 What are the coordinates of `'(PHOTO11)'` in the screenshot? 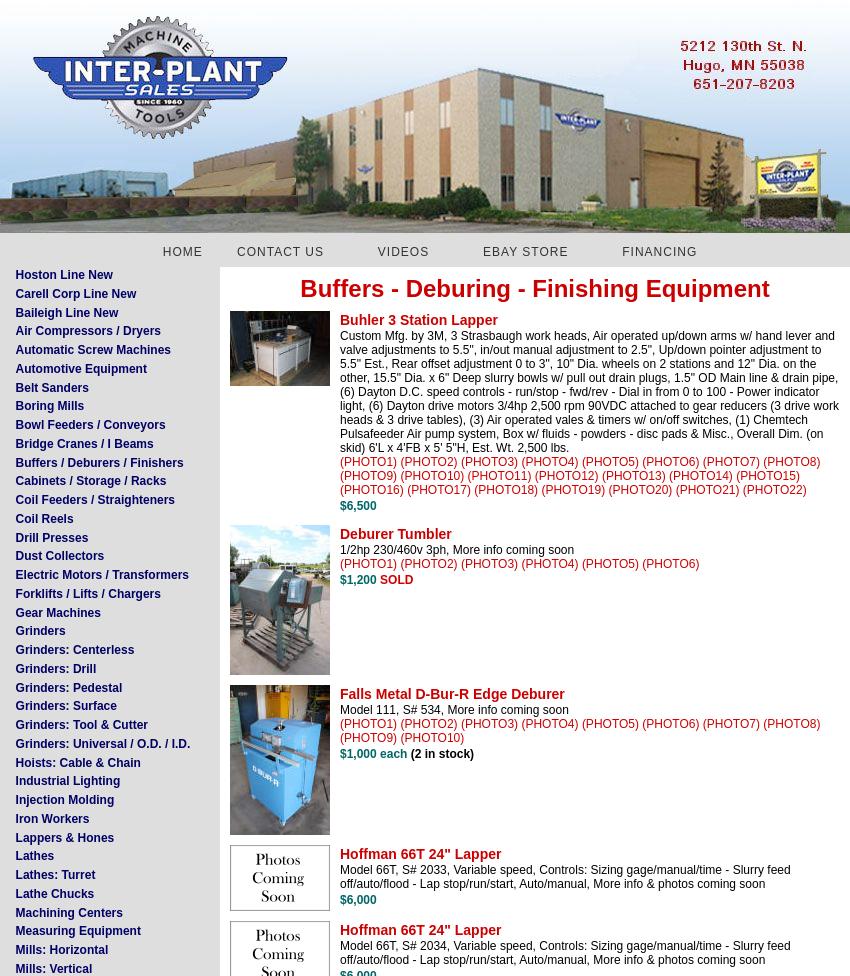 It's located at (499, 474).